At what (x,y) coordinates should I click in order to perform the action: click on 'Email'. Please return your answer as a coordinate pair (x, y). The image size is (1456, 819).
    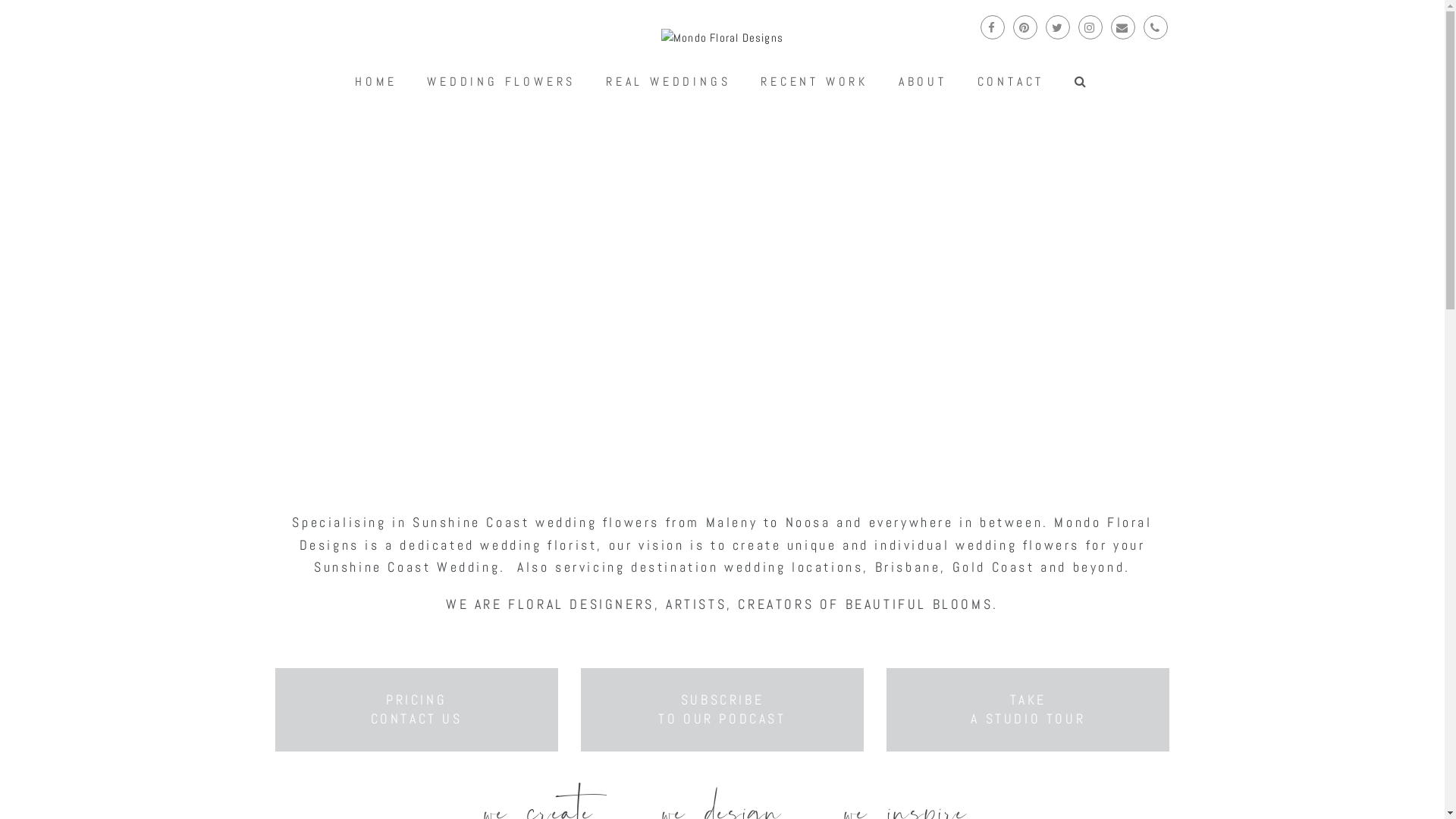
    Looking at the image, I should click on (1122, 27).